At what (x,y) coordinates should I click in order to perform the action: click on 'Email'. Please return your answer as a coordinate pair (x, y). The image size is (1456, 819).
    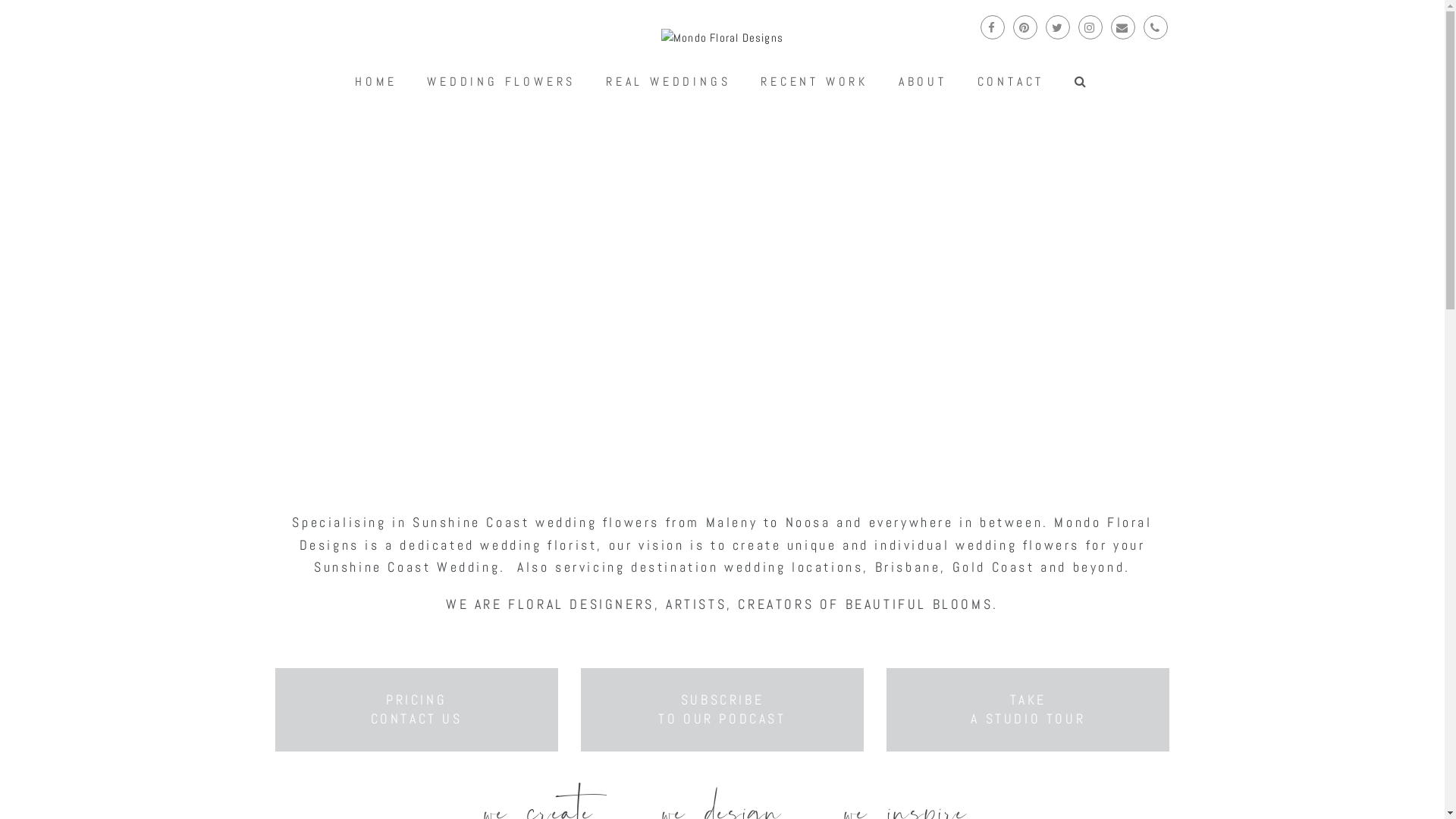
    Looking at the image, I should click on (1122, 27).